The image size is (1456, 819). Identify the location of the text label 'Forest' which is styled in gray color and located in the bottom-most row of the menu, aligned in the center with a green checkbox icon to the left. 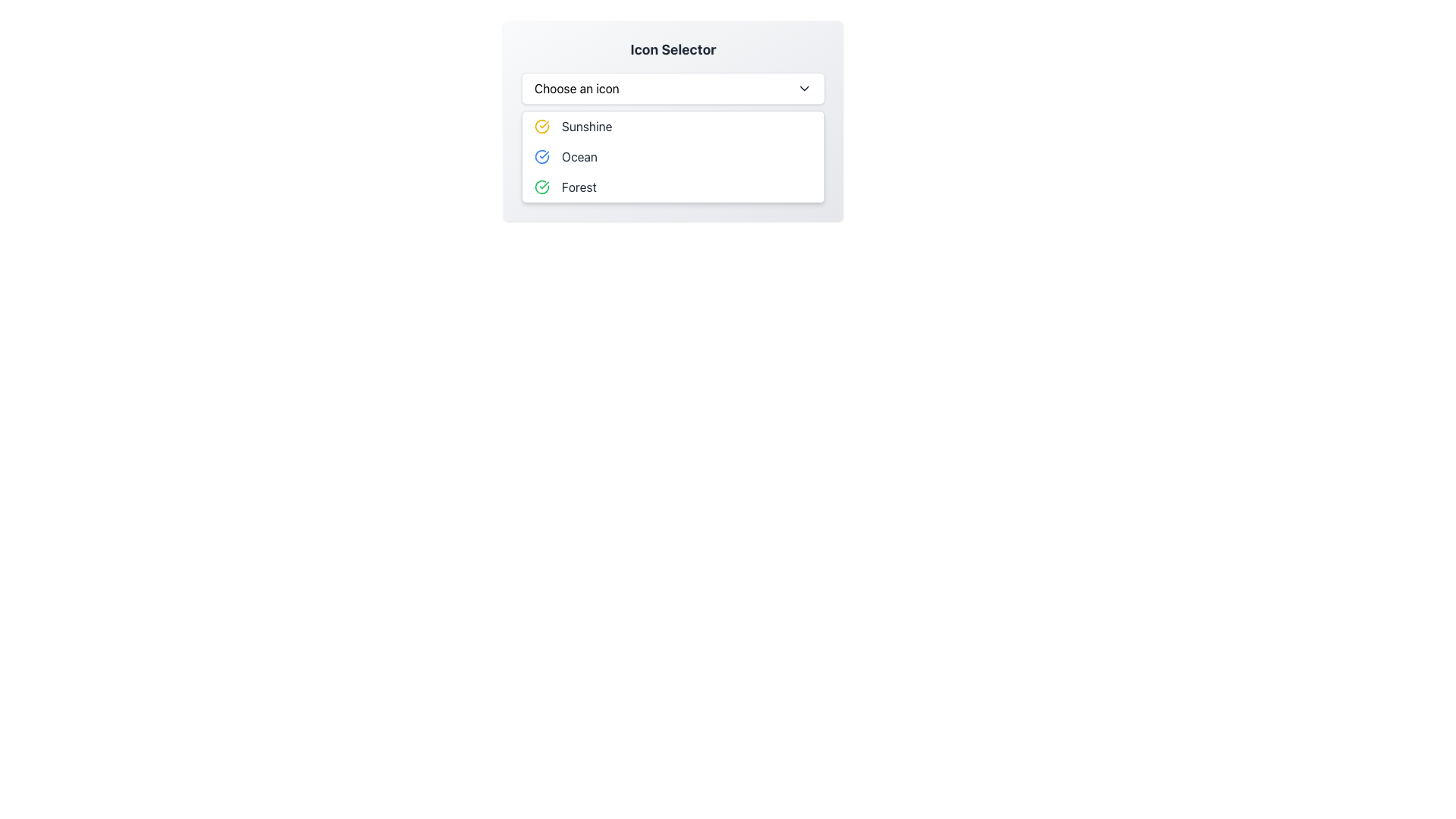
(578, 186).